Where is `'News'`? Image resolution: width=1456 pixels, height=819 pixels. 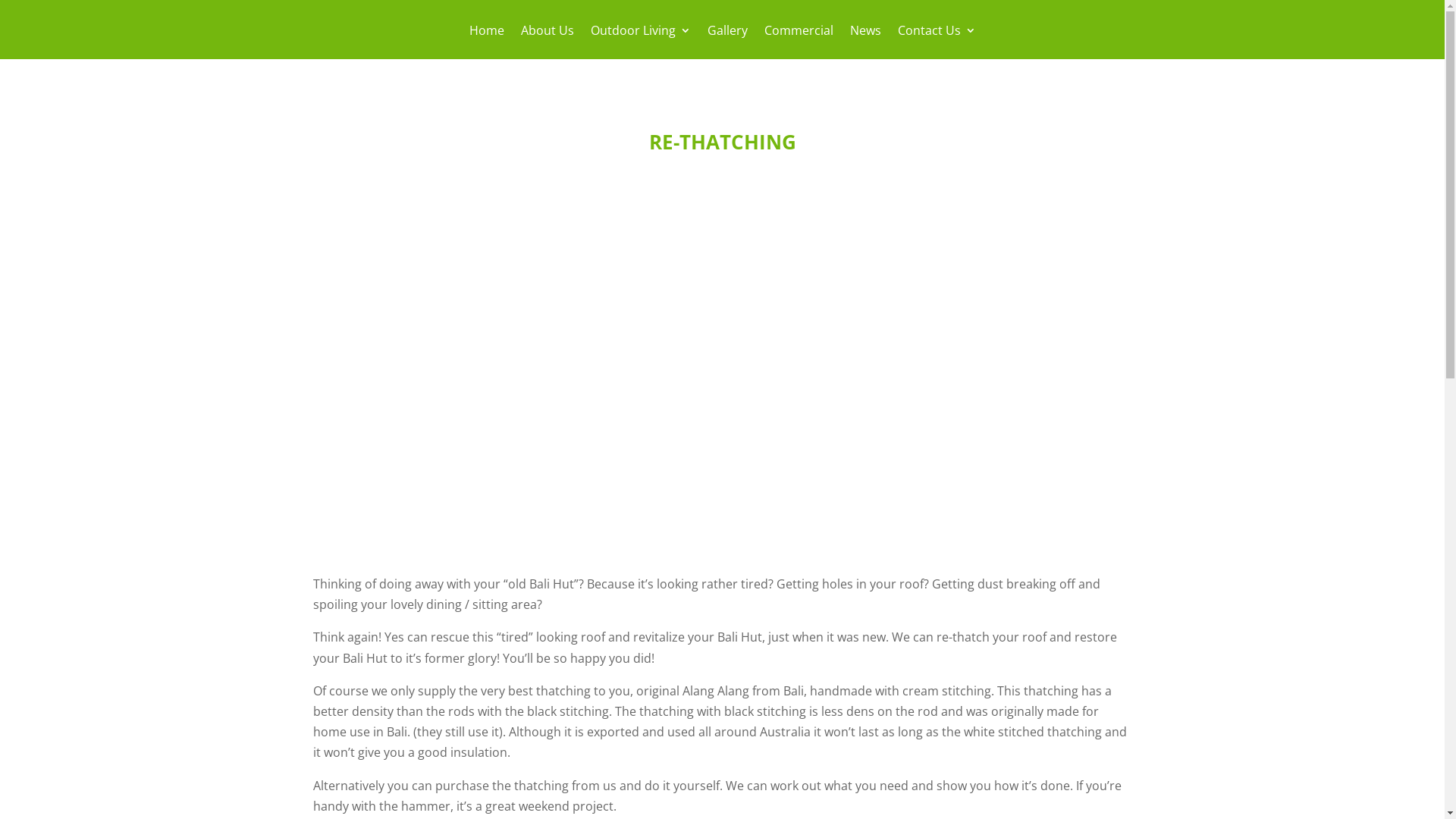 'News' is located at coordinates (864, 40).